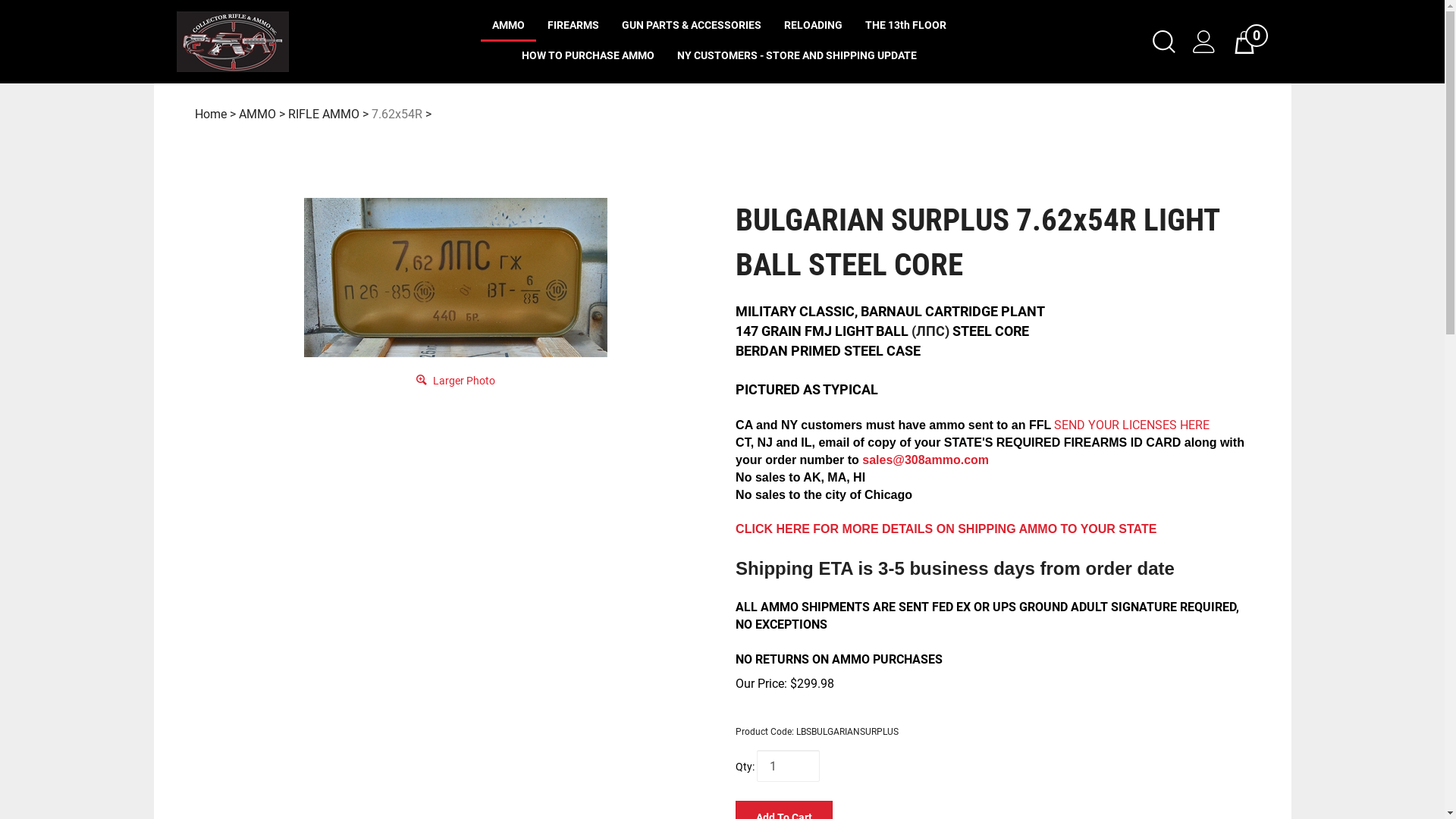  What do you see at coordinates (812, 26) in the screenshot?
I see `'RELOADING'` at bounding box center [812, 26].